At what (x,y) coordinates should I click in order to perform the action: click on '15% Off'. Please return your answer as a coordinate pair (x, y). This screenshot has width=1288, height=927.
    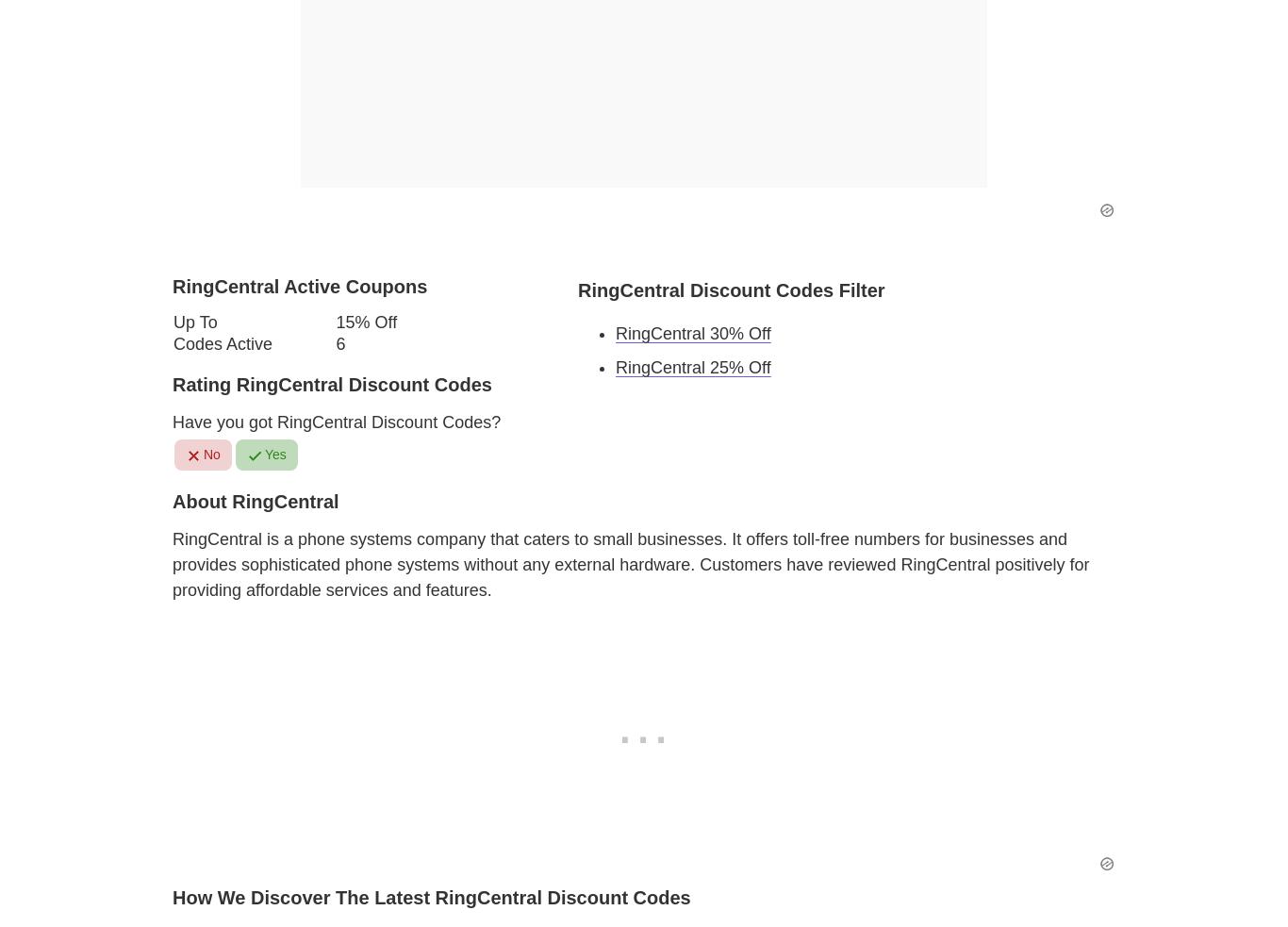
    Looking at the image, I should click on (365, 321).